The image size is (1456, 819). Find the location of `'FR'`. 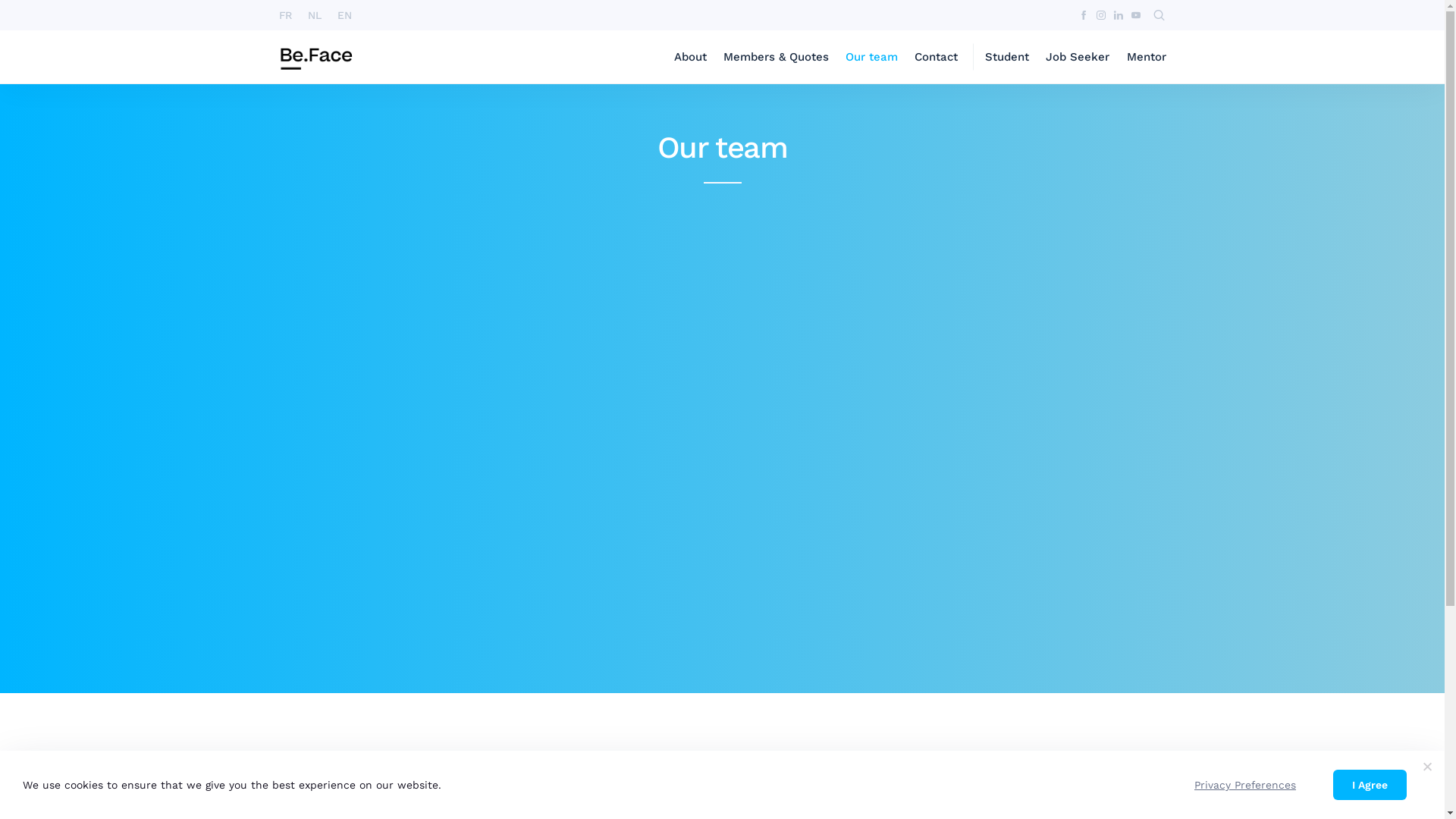

'FR' is located at coordinates (286, 14).